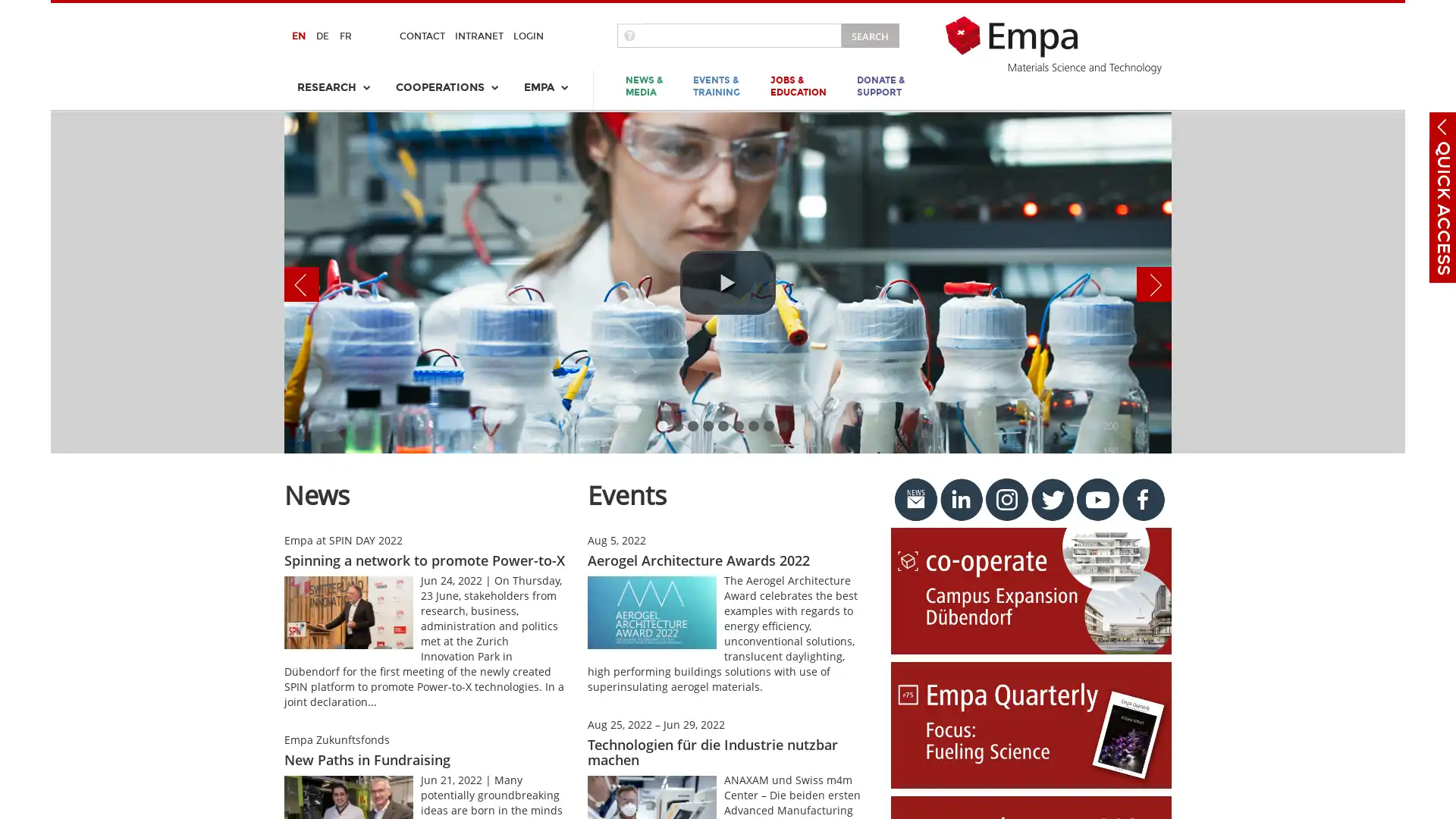  What do you see at coordinates (728, 283) in the screenshot?
I see `play video` at bounding box center [728, 283].